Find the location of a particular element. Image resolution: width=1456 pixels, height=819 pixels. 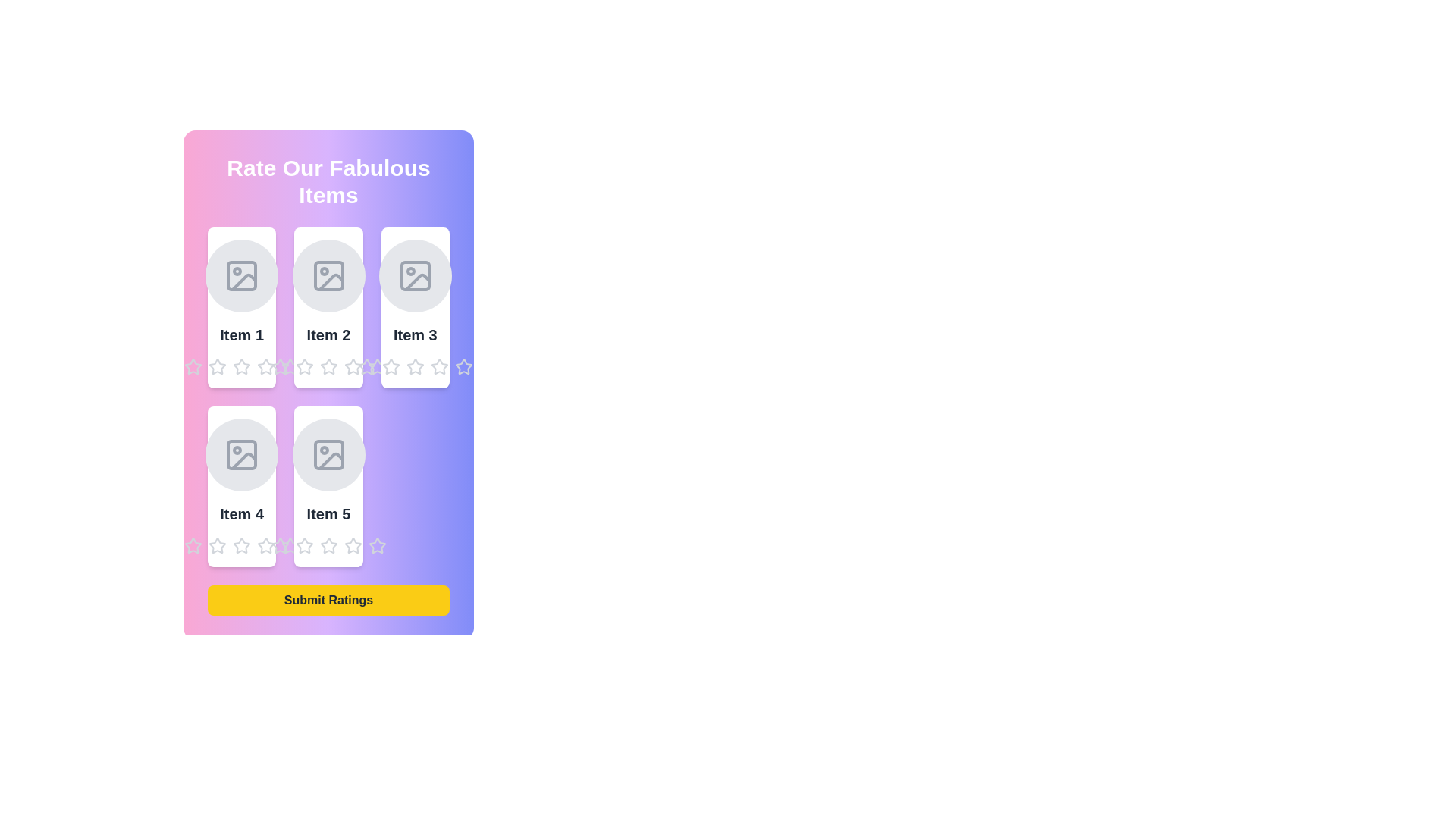

the 'Submit Ratings' button to see the hover effect is located at coordinates (328, 599).